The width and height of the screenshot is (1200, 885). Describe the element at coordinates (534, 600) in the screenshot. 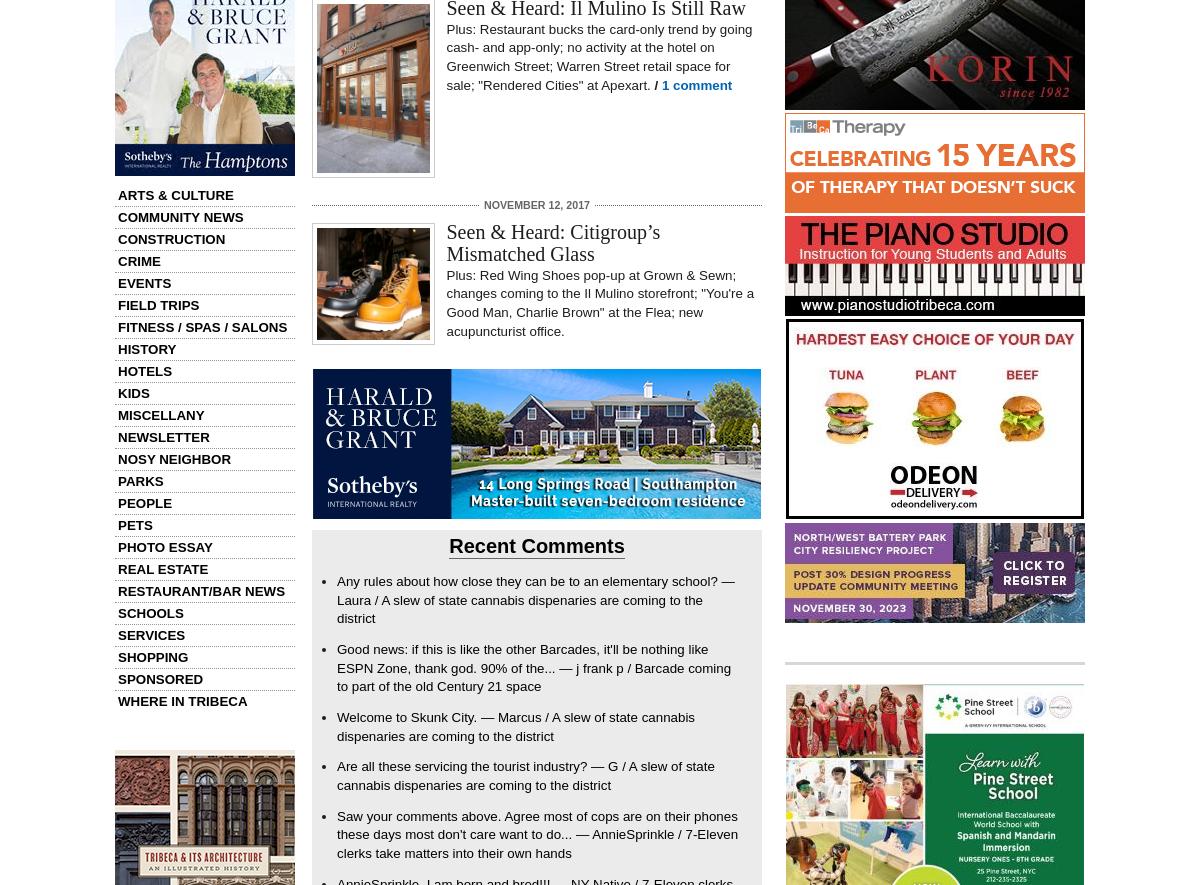

I see `'Any rules about how close they can be to an elementary school?  — Laura / A slew of state cannabis dispenaries are coming to the district'` at that location.